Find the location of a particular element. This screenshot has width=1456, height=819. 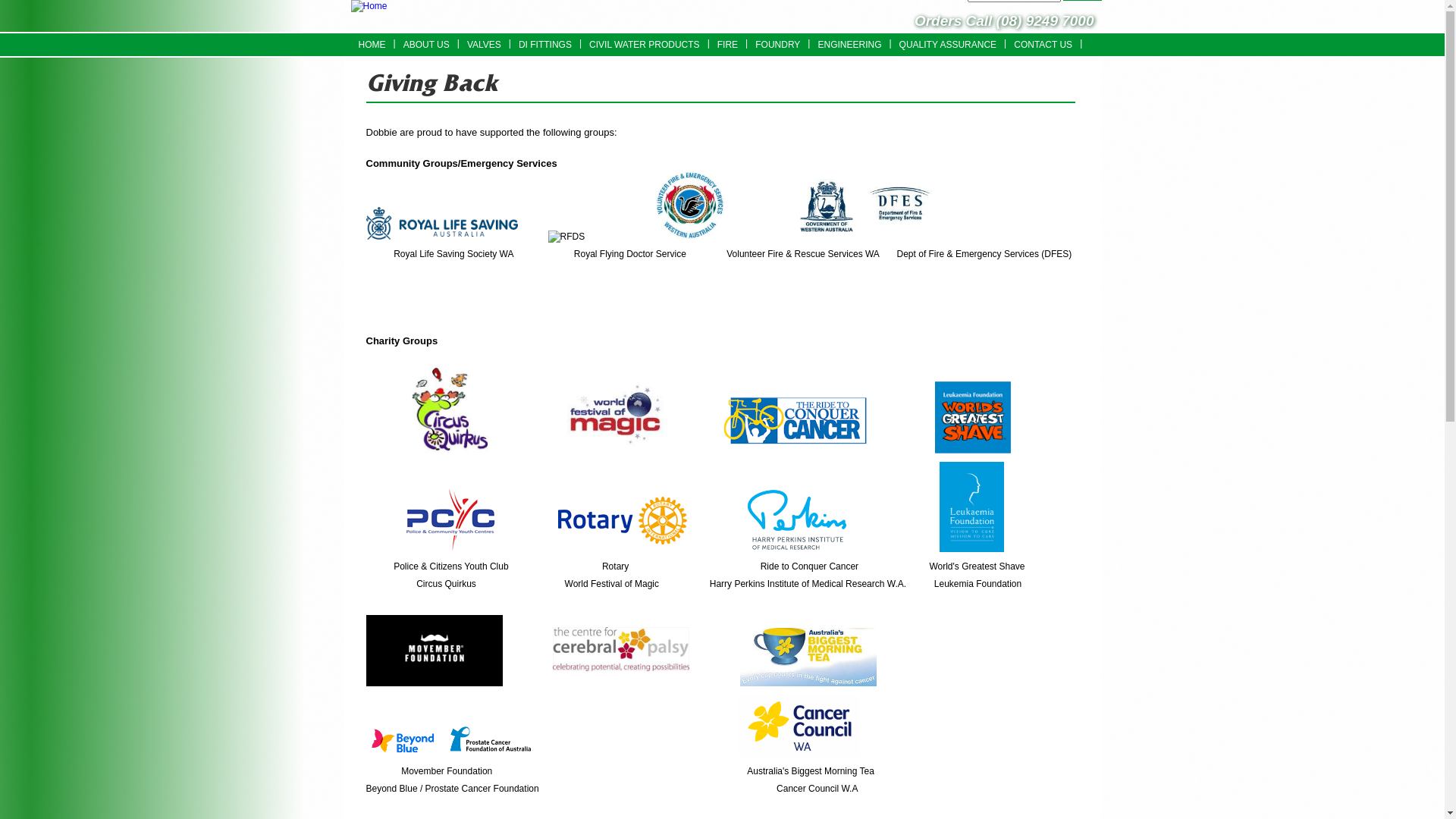

'Beyond Blue' is located at coordinates (401, 740).